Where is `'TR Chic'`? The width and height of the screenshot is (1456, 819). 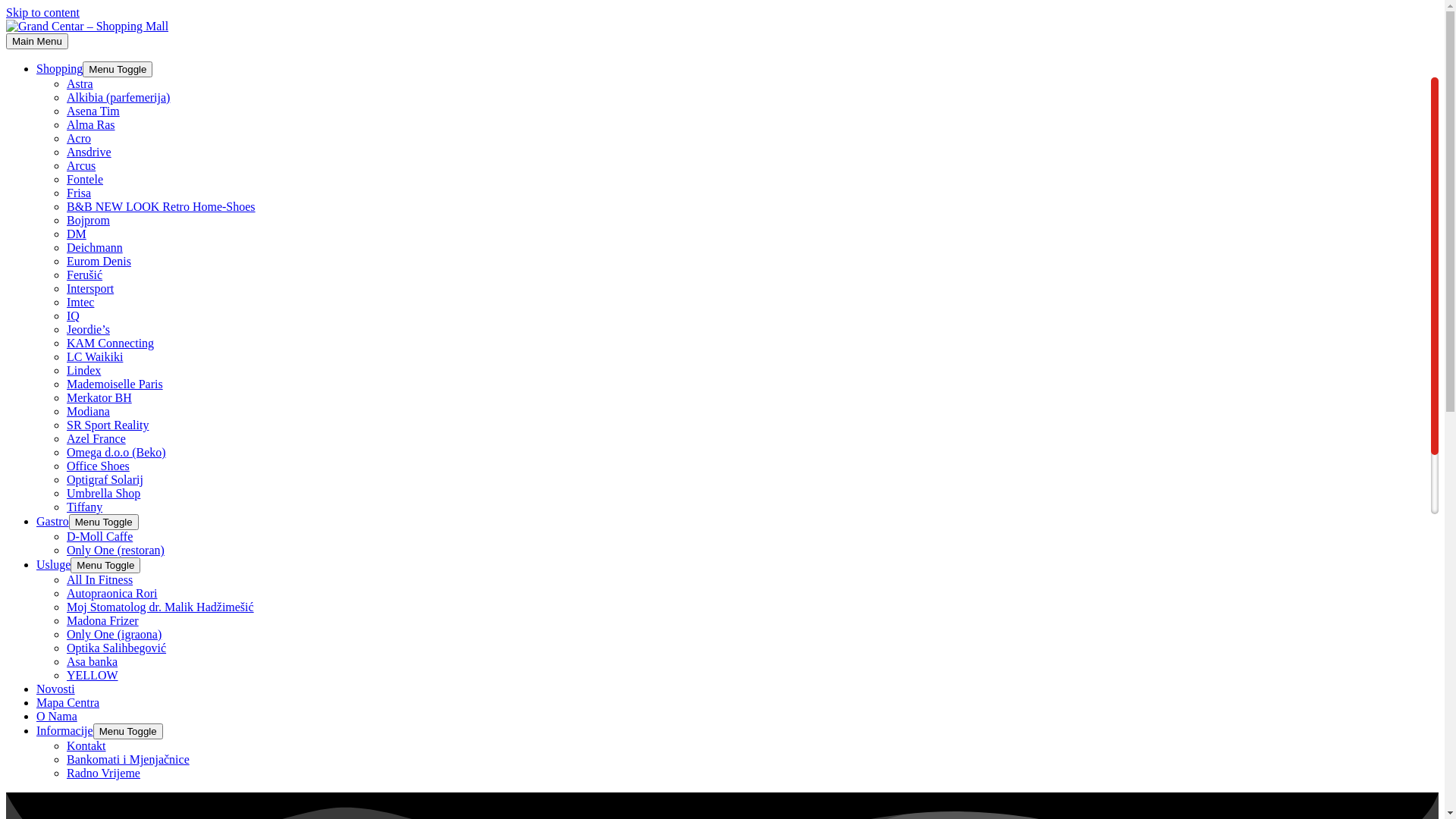 'TR Chic' is located at coordinates (86, 533).